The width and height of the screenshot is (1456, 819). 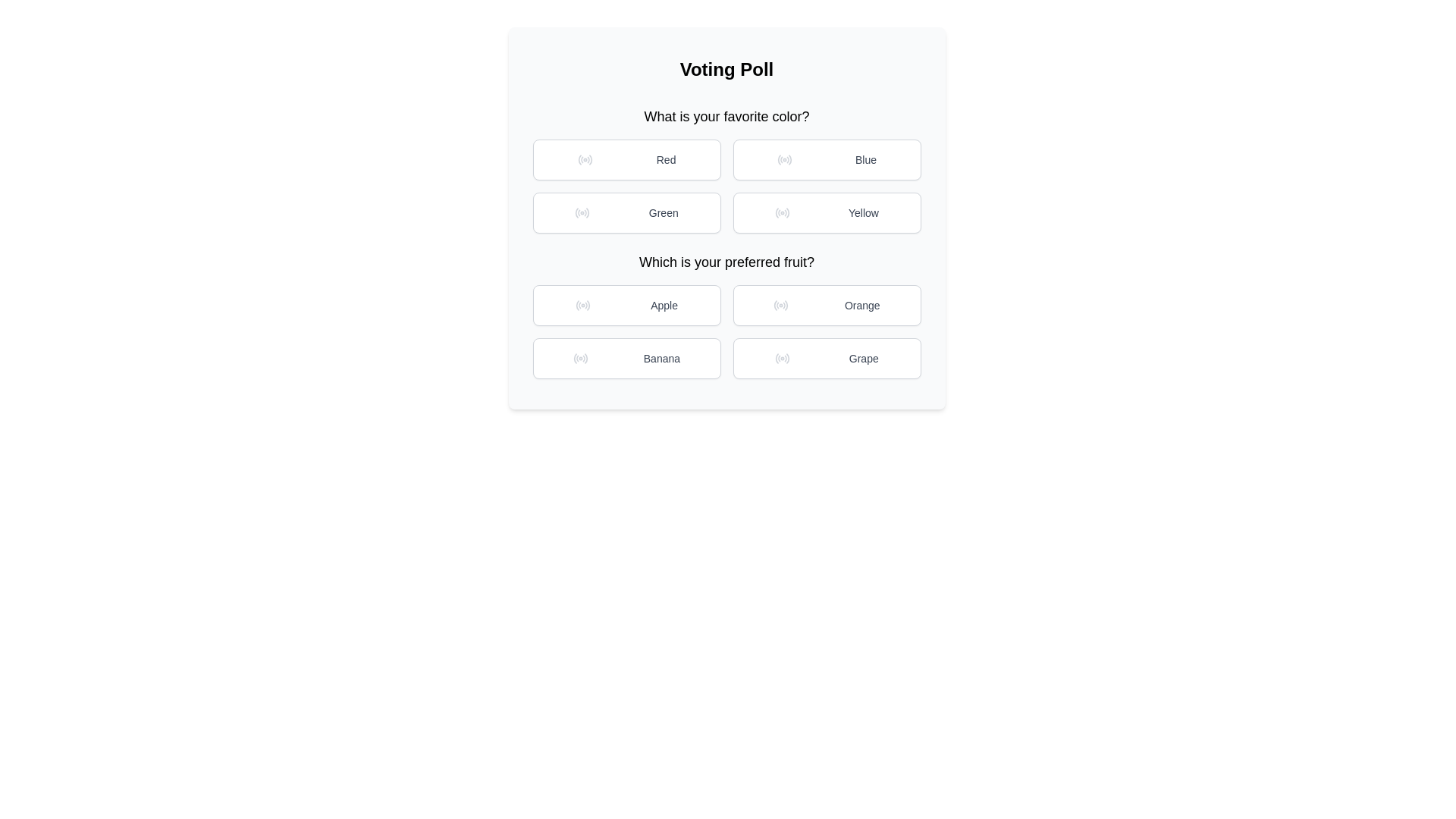 I want to click on the radio button labeled 'Red' to navigate via keyboard, so click(x=626, y=160).